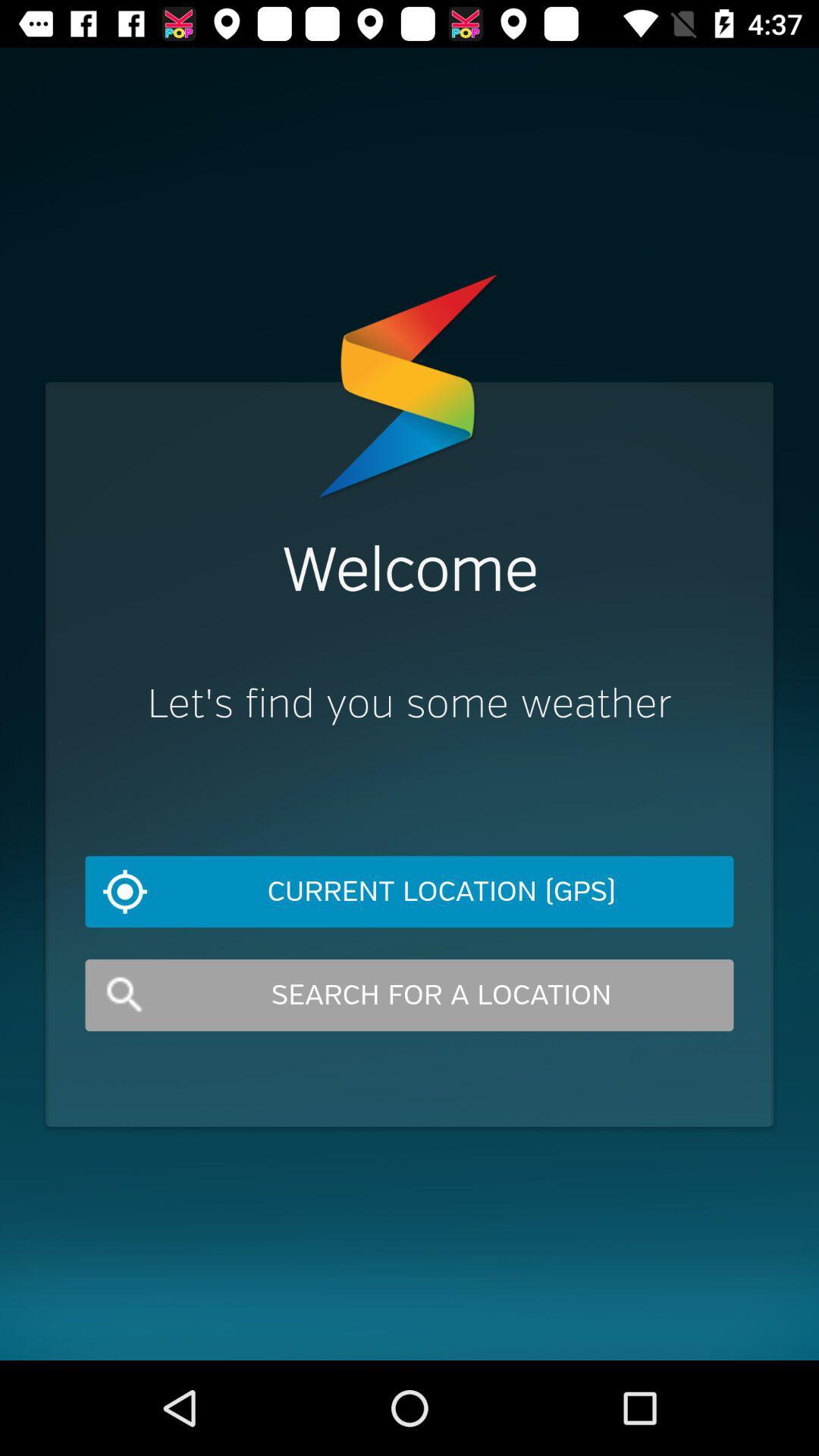  What do you see at coordinates (409, 995) in the screenshot?
I see `item below the current location (gps) icon` at bounding box center [409, 995].